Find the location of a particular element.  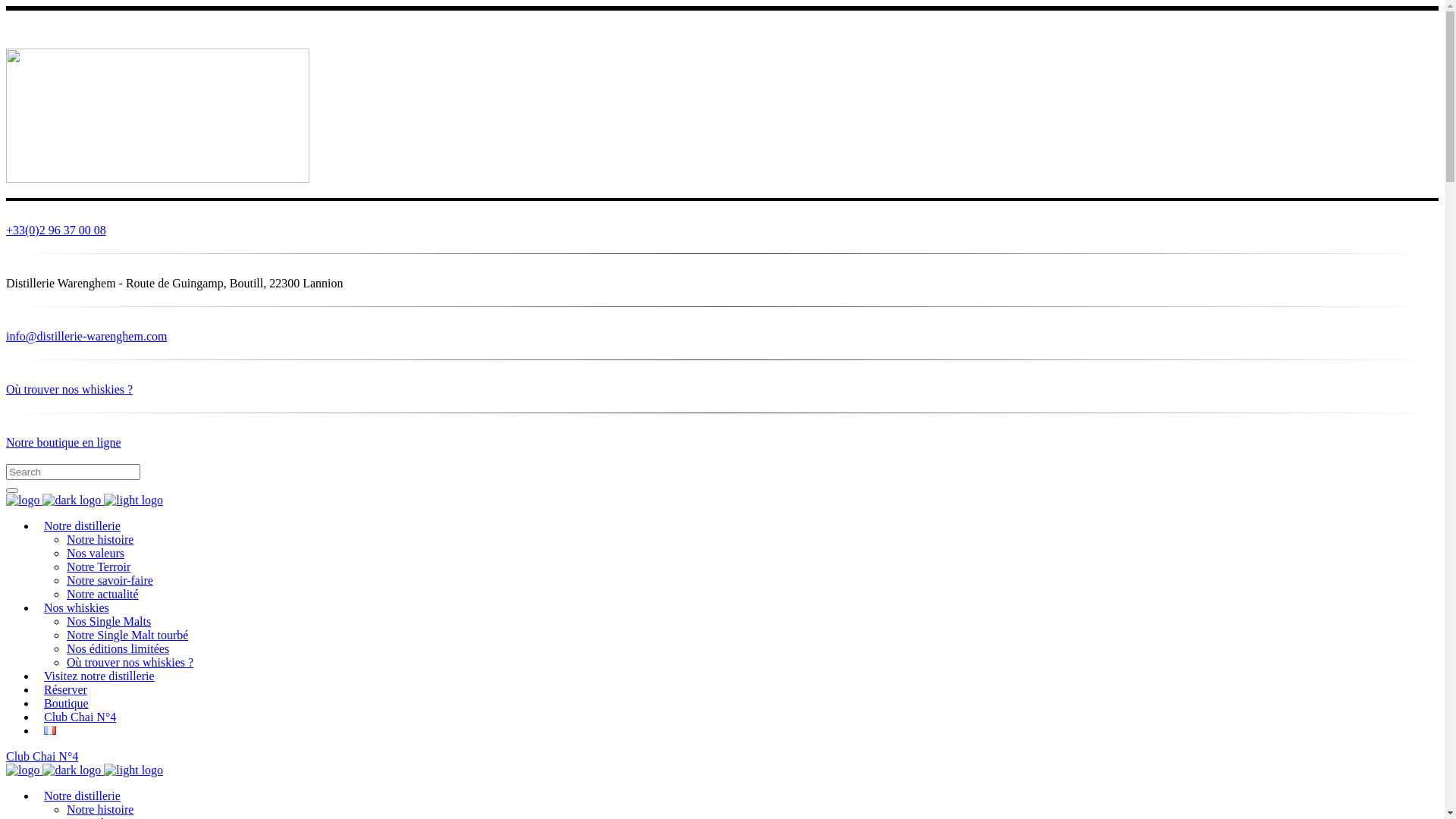

'Visitez notre distillerie' is located at coordinates (98, 675).